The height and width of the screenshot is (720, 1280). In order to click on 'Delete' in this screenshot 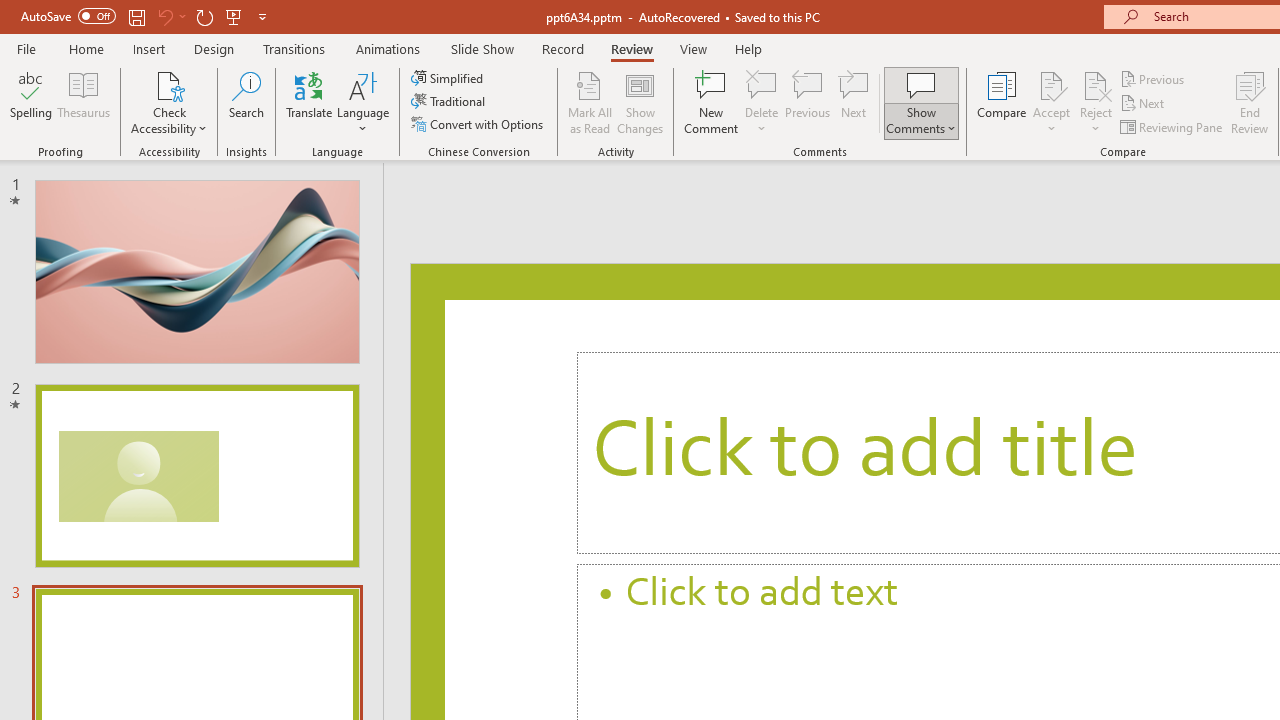, I will do `click(761, 103)`.